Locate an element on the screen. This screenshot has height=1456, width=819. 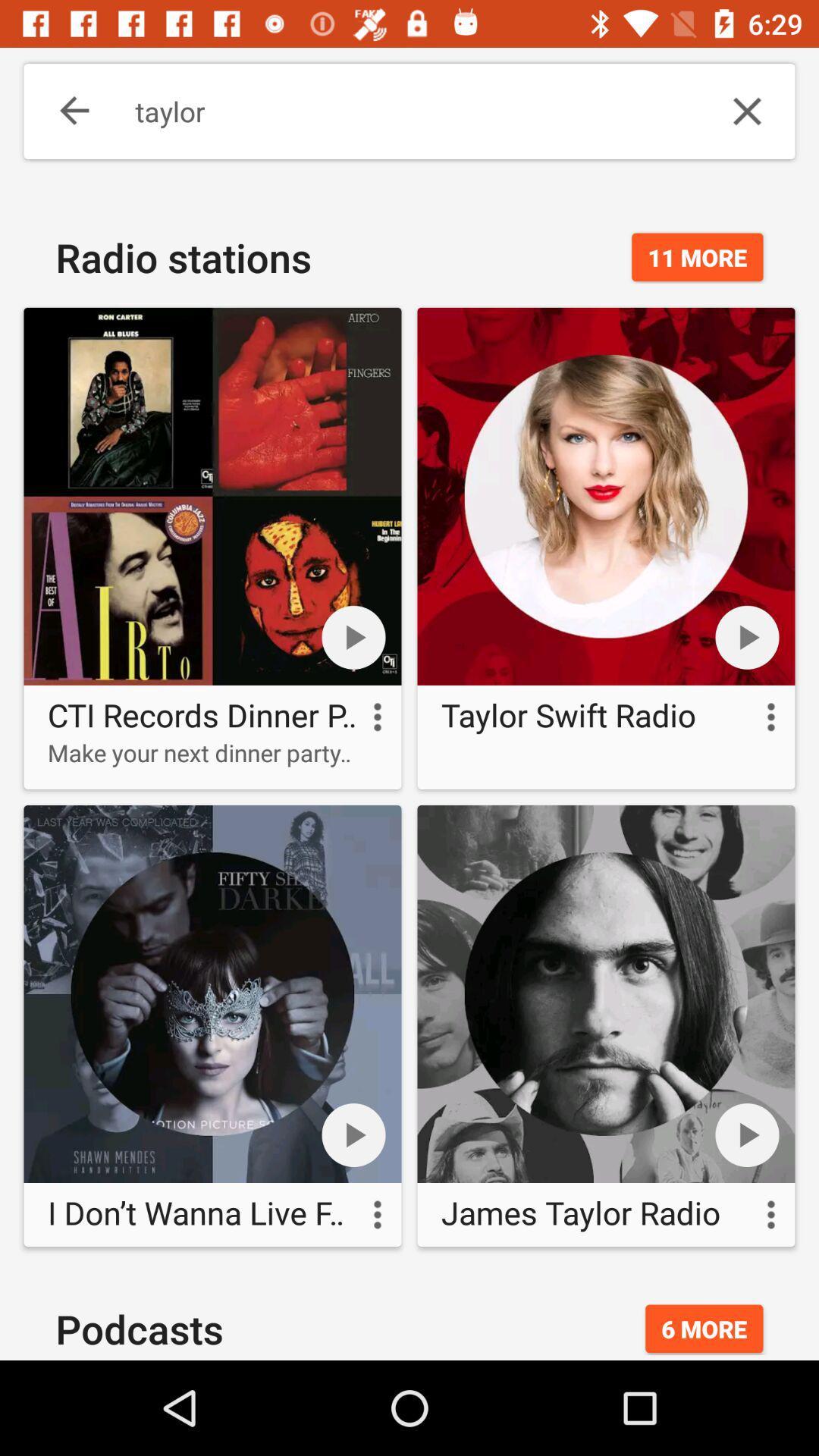
the item to the left of the taylor item is located at coordinates (63, 111).